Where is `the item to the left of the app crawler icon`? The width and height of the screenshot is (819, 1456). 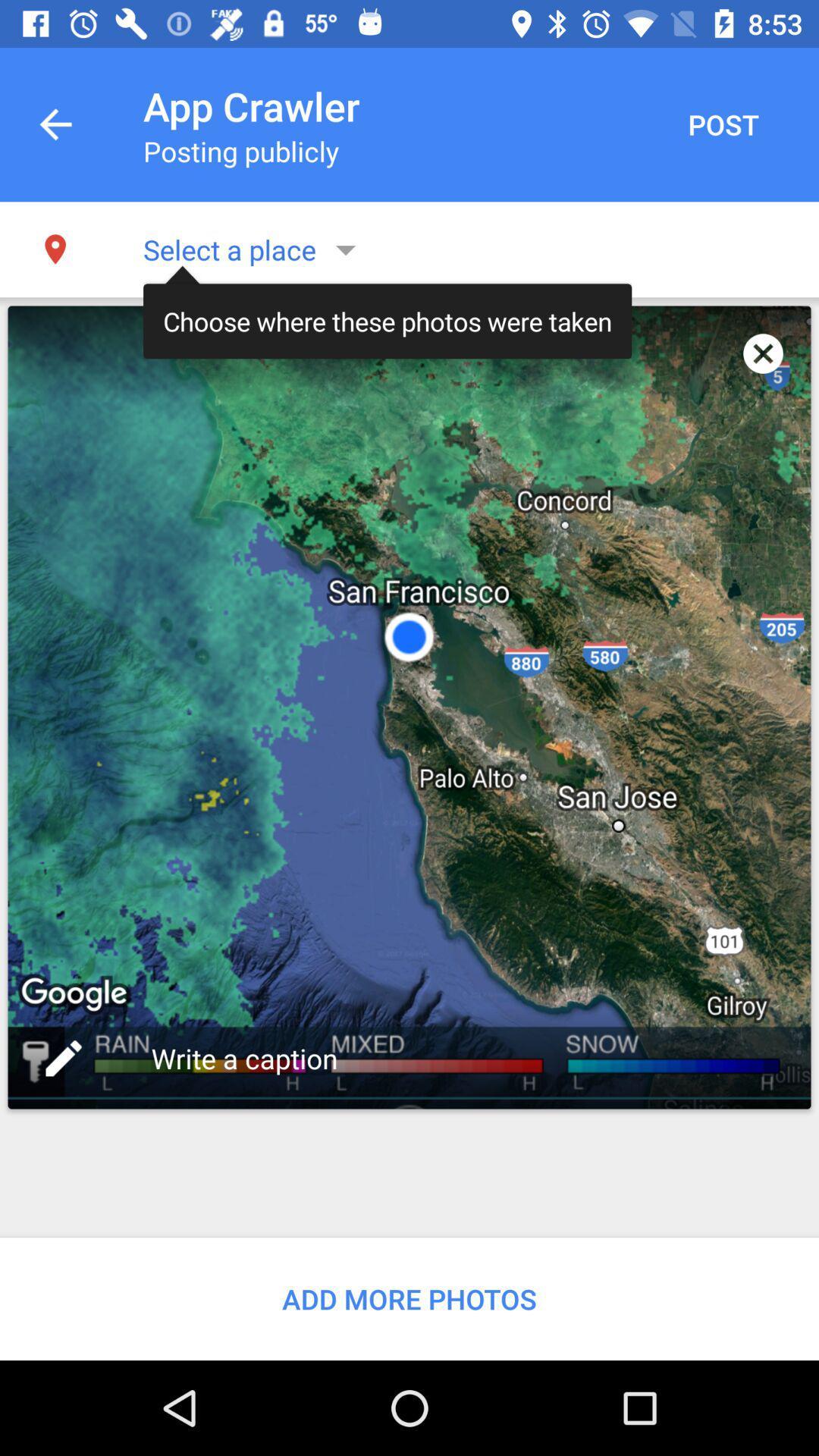 the item to the left of the app crawler icon is located at coordinates (55, 124).